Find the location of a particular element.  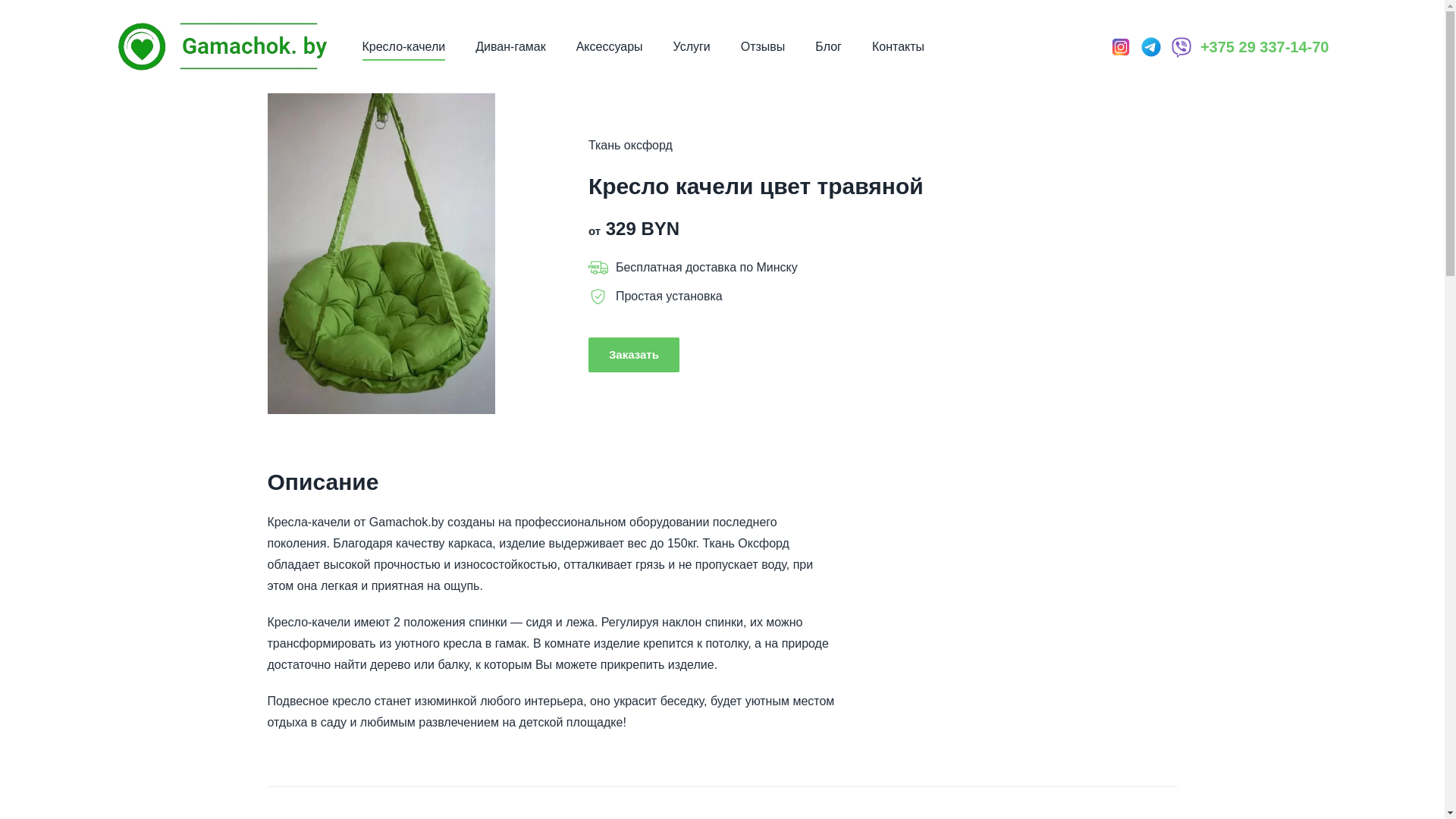

'+375 29 337-14-70' is located at coordinates (1264, 45).